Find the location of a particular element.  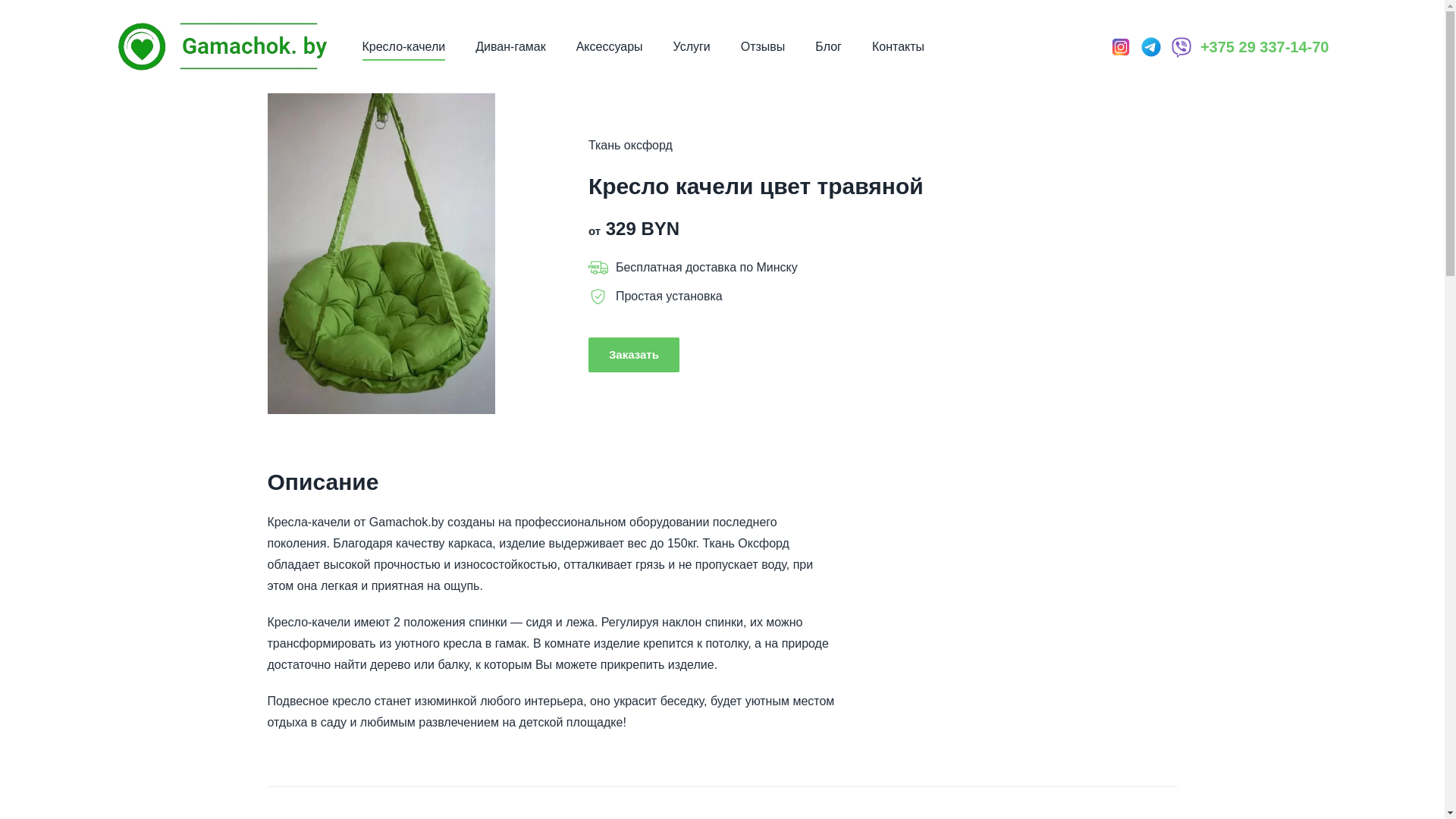

'+375 29 337-14-70' is located at coordinates (1264, 45).